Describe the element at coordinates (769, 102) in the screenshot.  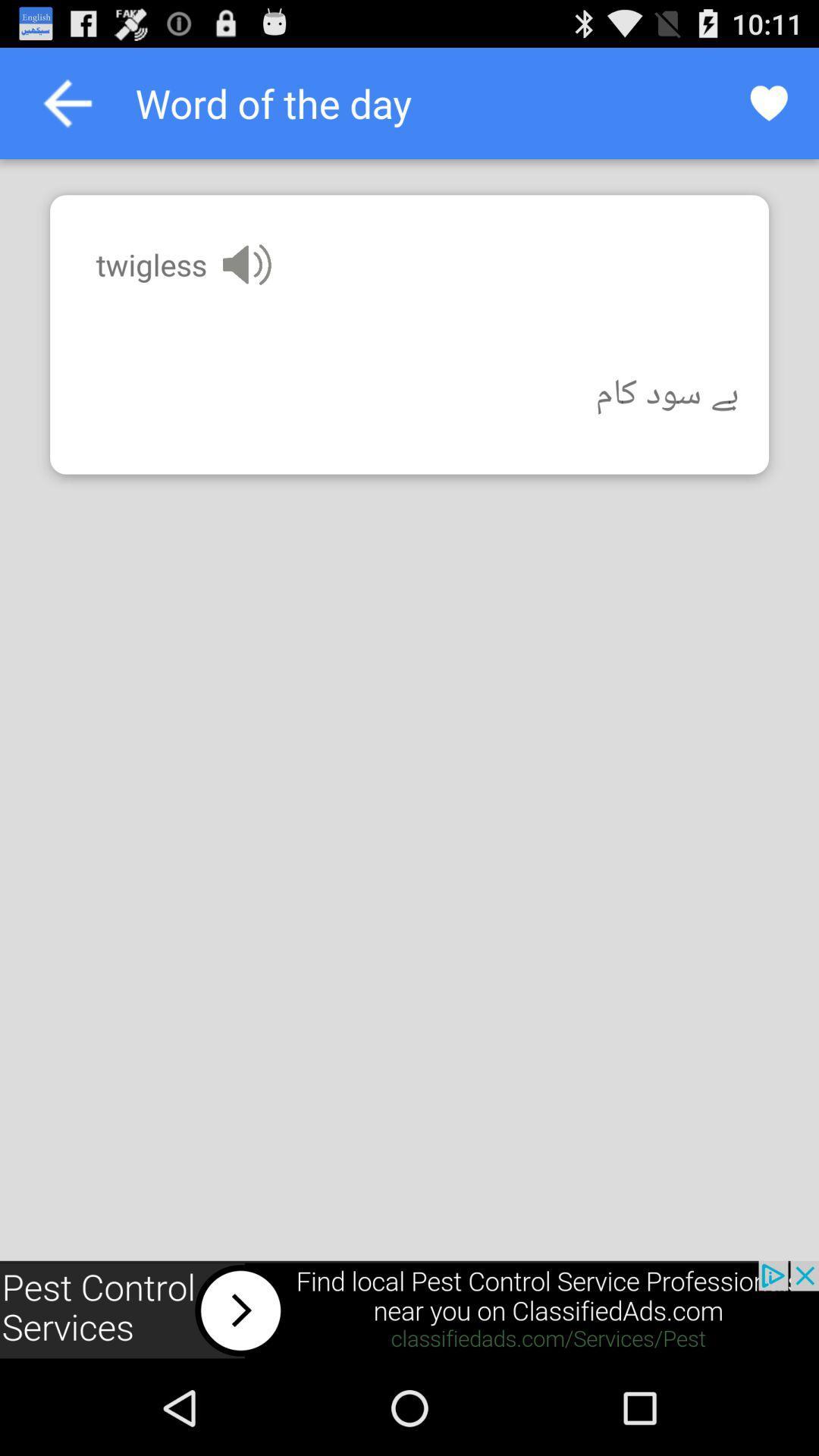
I see `symbol of like` at that location.